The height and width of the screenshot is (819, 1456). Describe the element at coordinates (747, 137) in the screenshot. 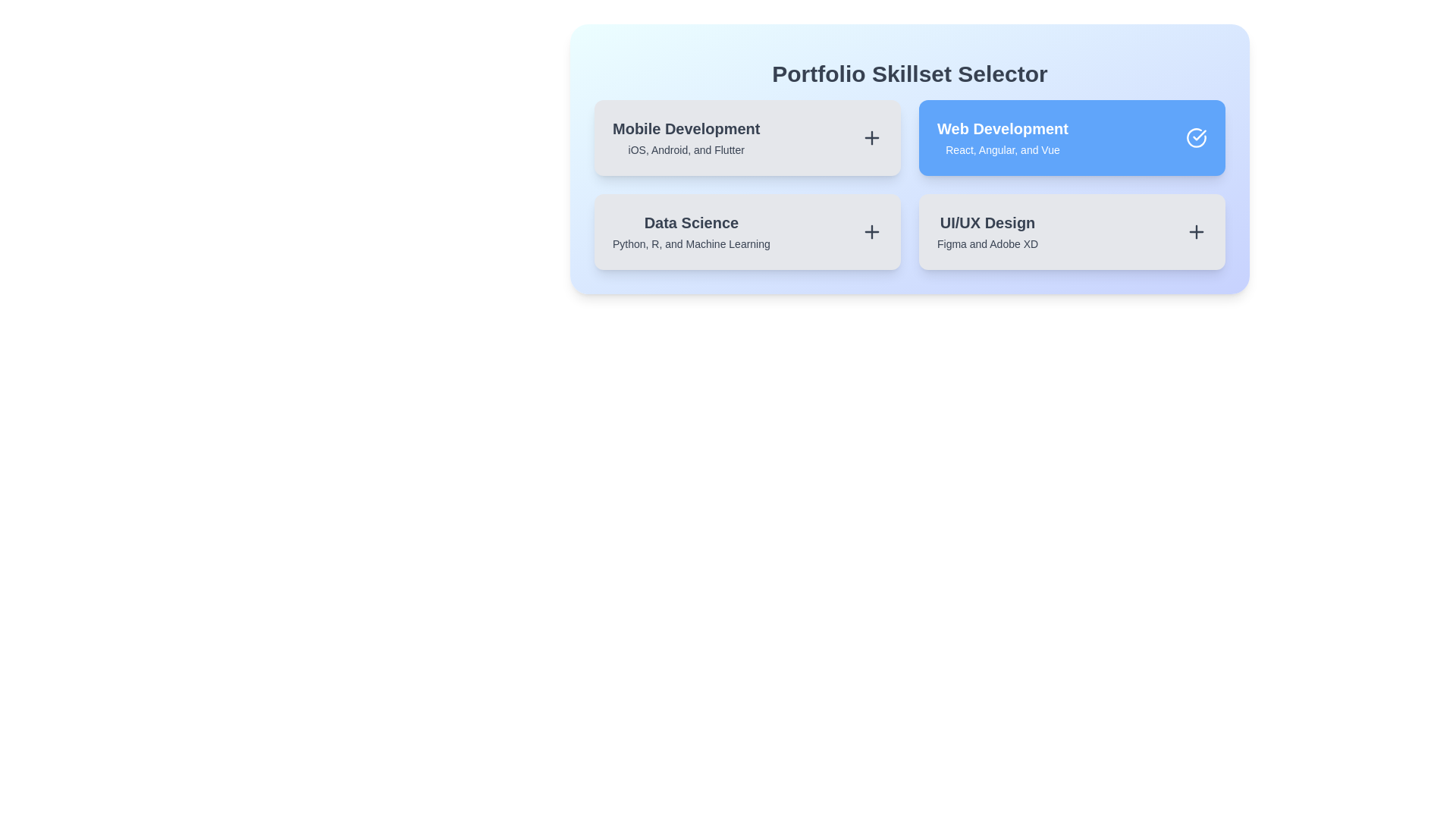

I see `the chip labeled Mobile Development` at that location.